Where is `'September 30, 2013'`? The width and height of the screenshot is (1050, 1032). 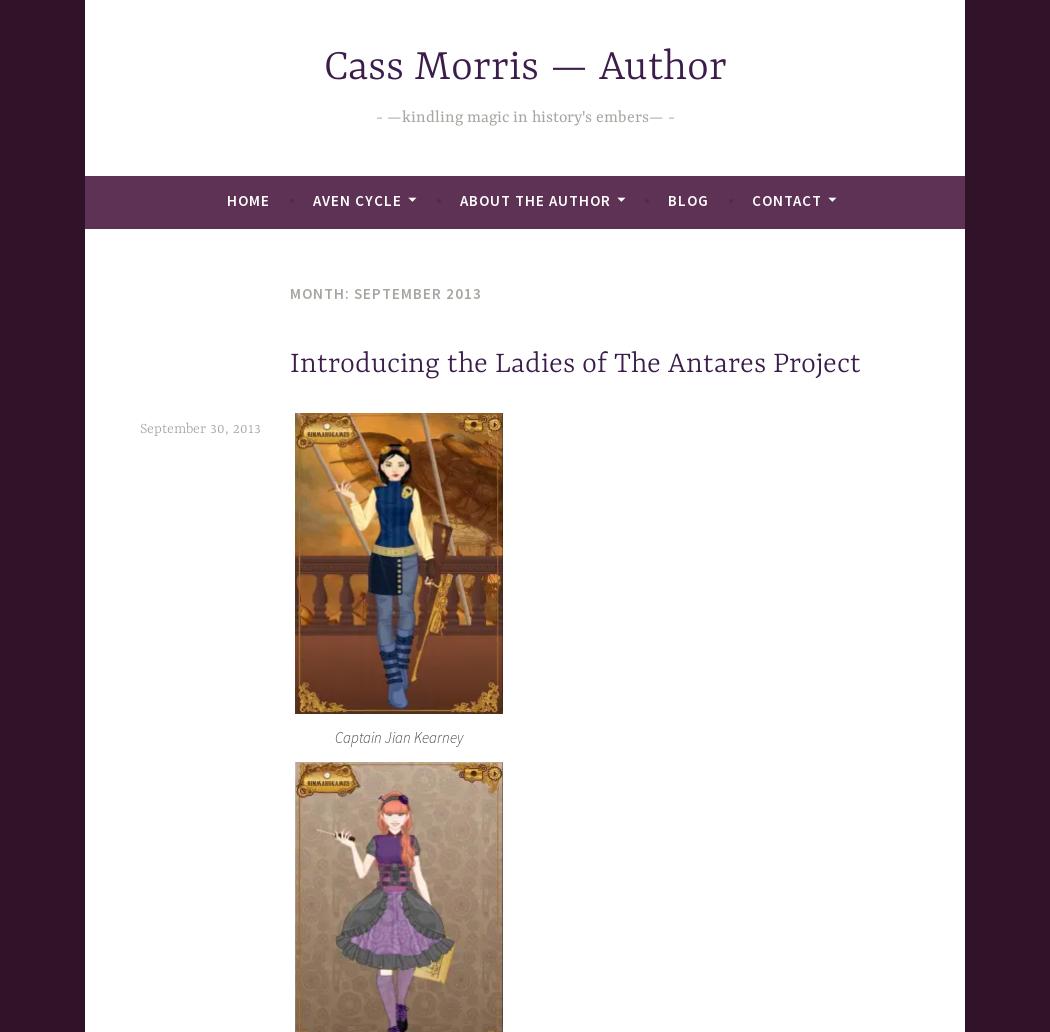 'September 30, 2013' is located at coordinates (199, 428).